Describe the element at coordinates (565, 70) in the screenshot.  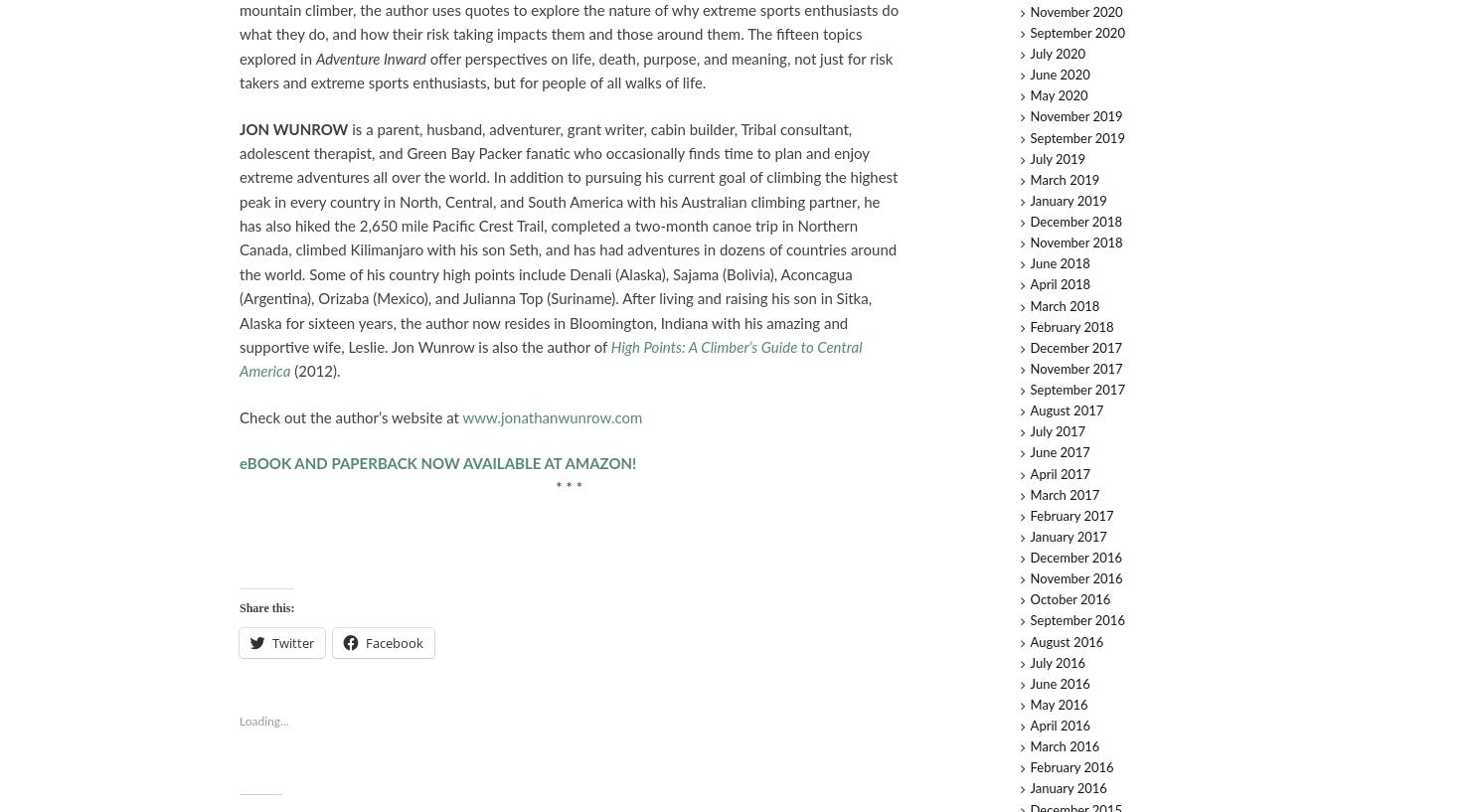
I see `'offer perspectives on life, death, purpose, and meaning, not just for risk takers and extreme sports enthusiasts, but for people of all walks of life.'` at that location.